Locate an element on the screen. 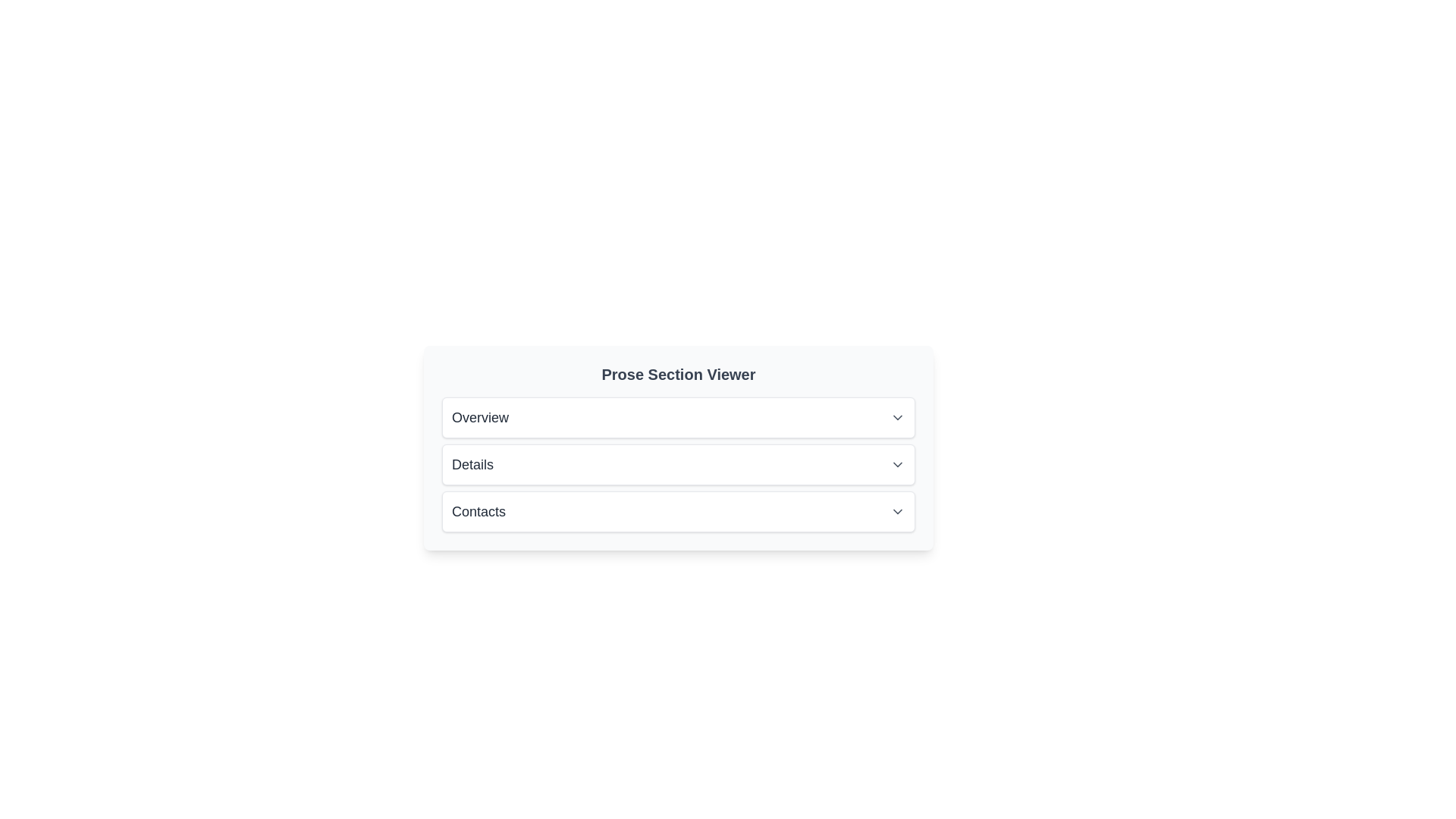 The width and height of the screenshot is (1456, 819). the Chevron icon located at the far right of the 'Details' row is located at coordinates (898, 464).